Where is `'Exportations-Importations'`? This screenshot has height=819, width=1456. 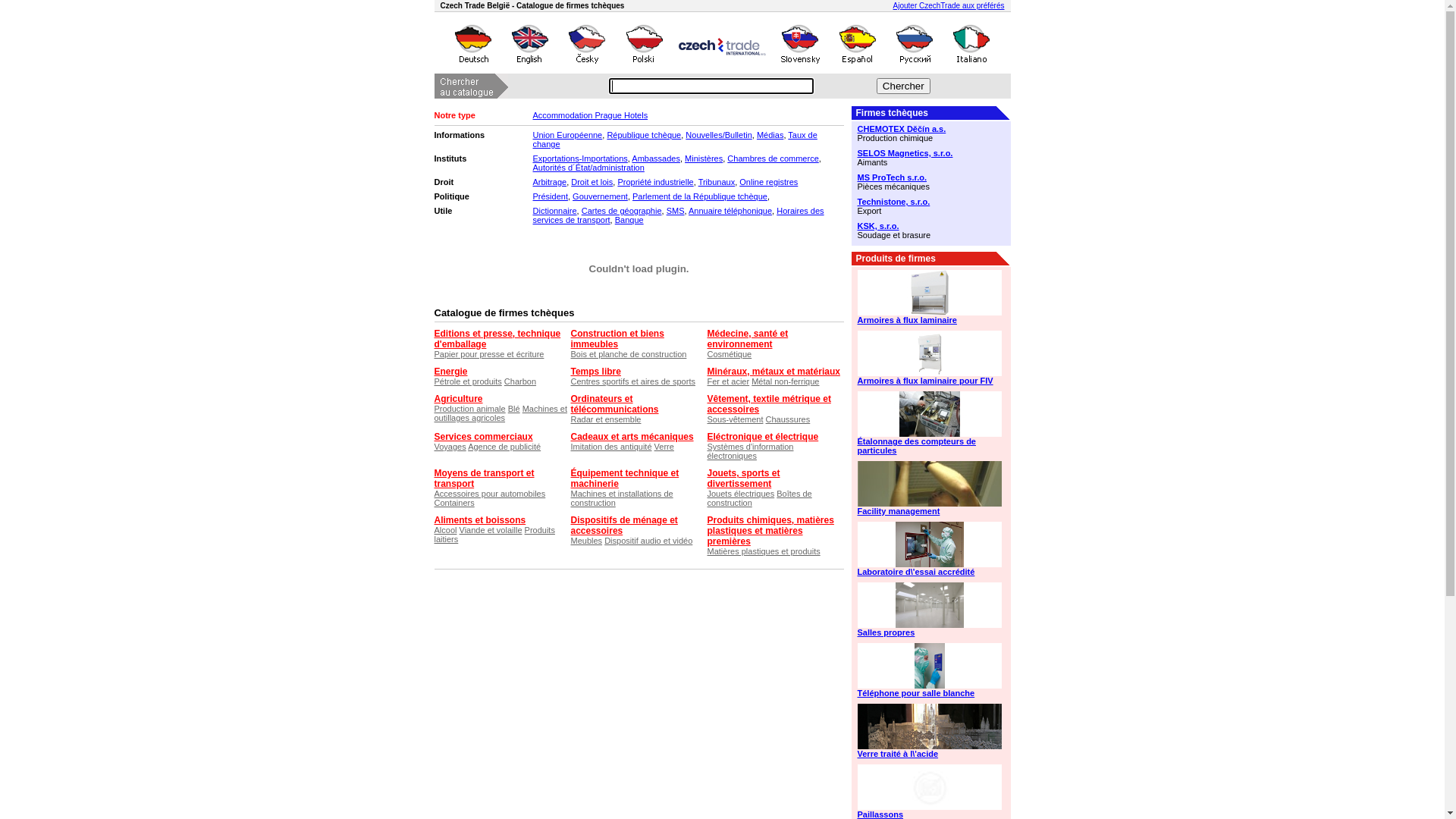
'Exportations-Importations' is located at coordinates (579, 158).